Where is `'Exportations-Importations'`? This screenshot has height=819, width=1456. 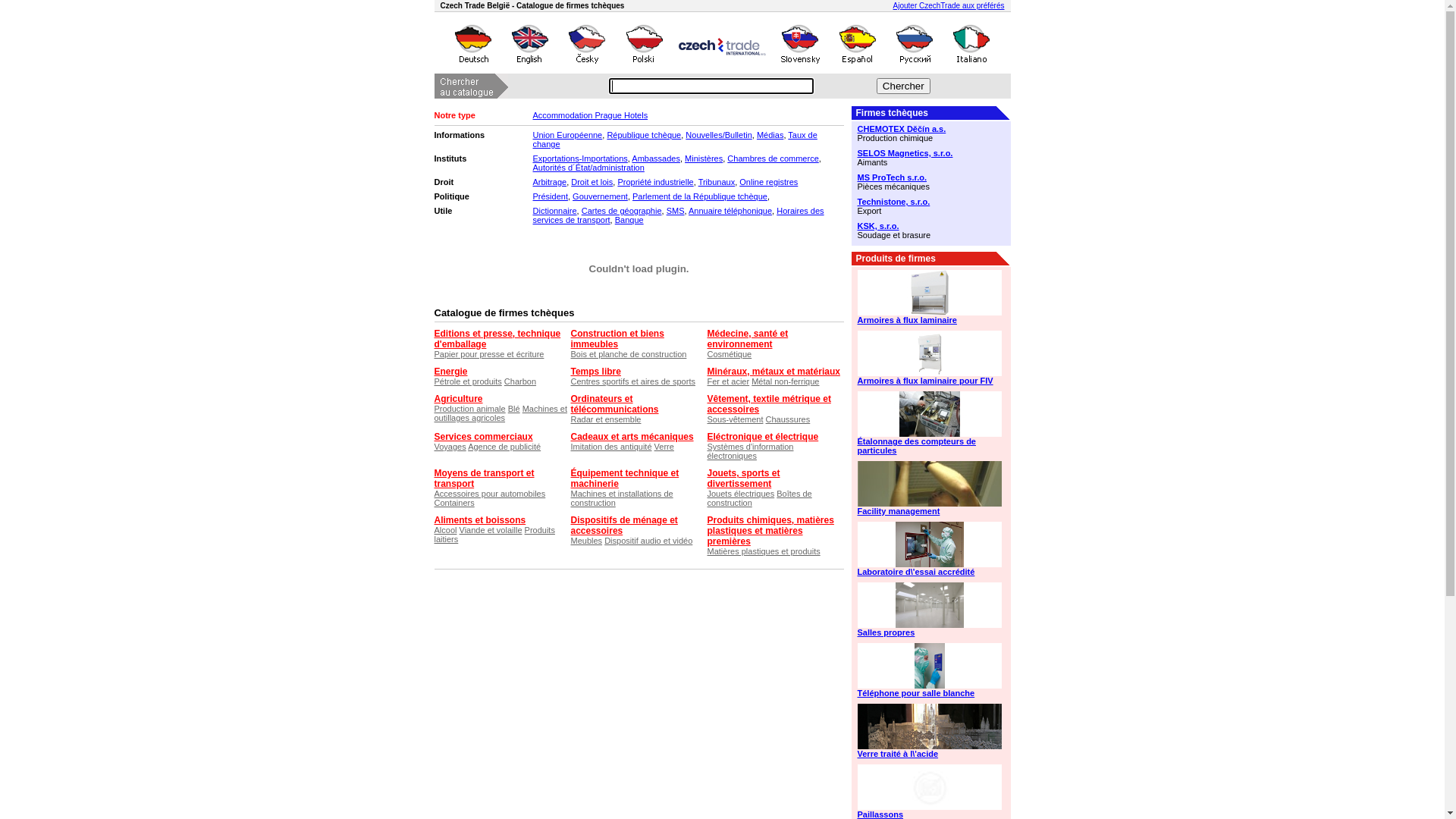
'Exportations-Importations' is located at coordinates (579, 158).